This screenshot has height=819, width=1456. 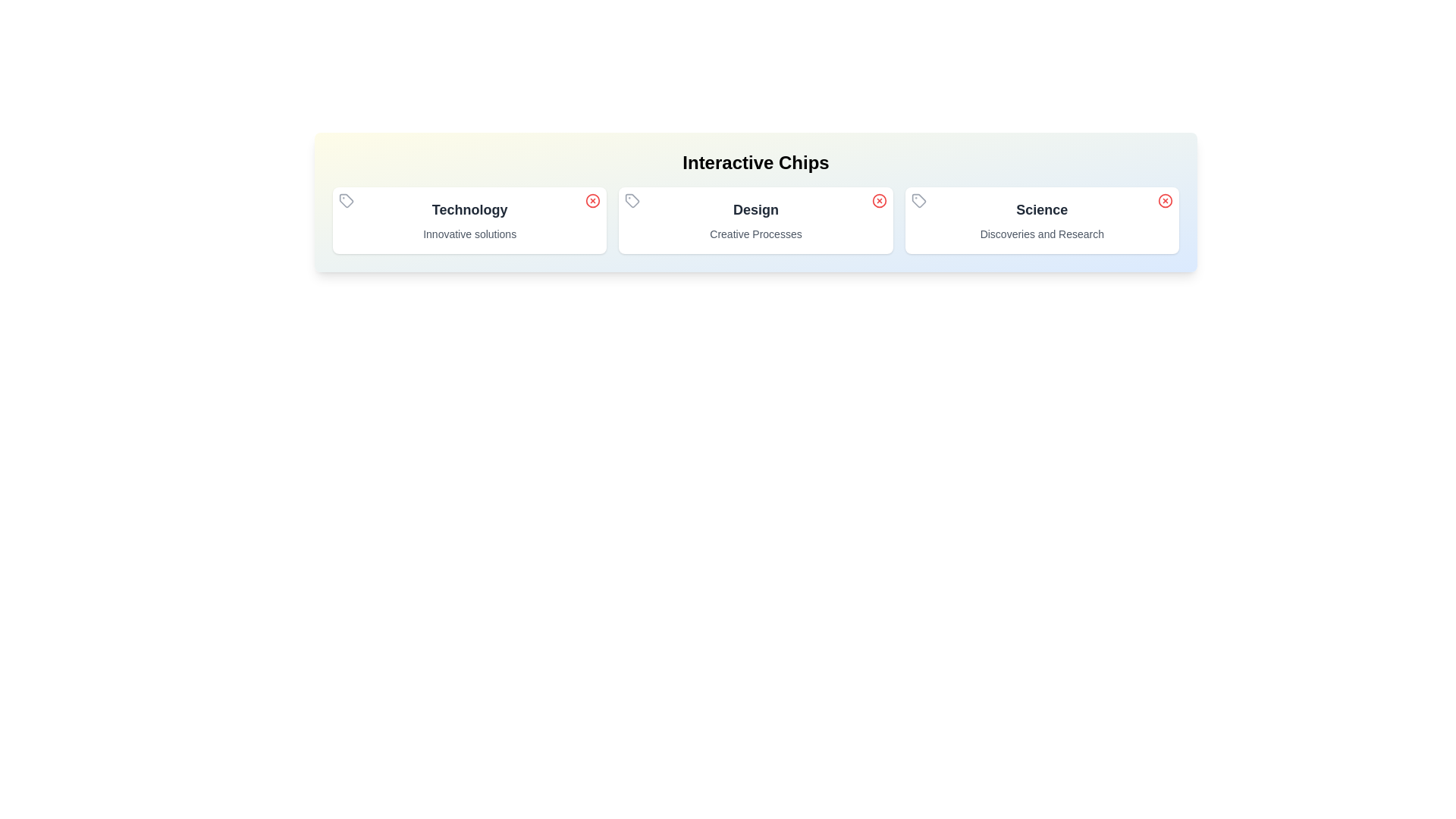 What do you see at coordinates (917, 200) in the screenshot?
I see `the icon of the chip labeled Science` at bounding box center [917, 200].